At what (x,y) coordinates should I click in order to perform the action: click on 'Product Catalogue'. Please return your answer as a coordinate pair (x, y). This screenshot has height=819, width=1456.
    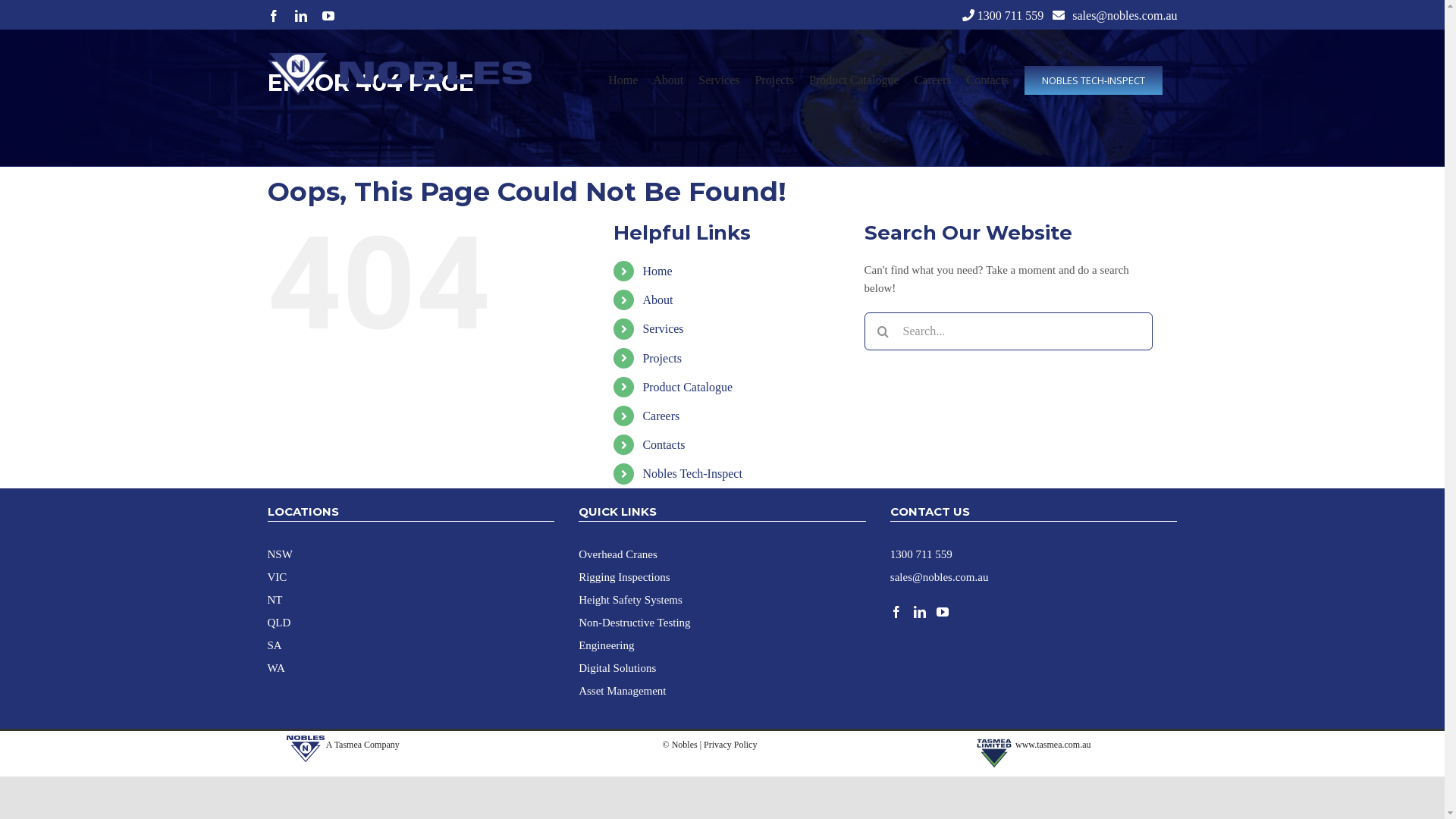
    Looking at the image, I should click on (686, 386).